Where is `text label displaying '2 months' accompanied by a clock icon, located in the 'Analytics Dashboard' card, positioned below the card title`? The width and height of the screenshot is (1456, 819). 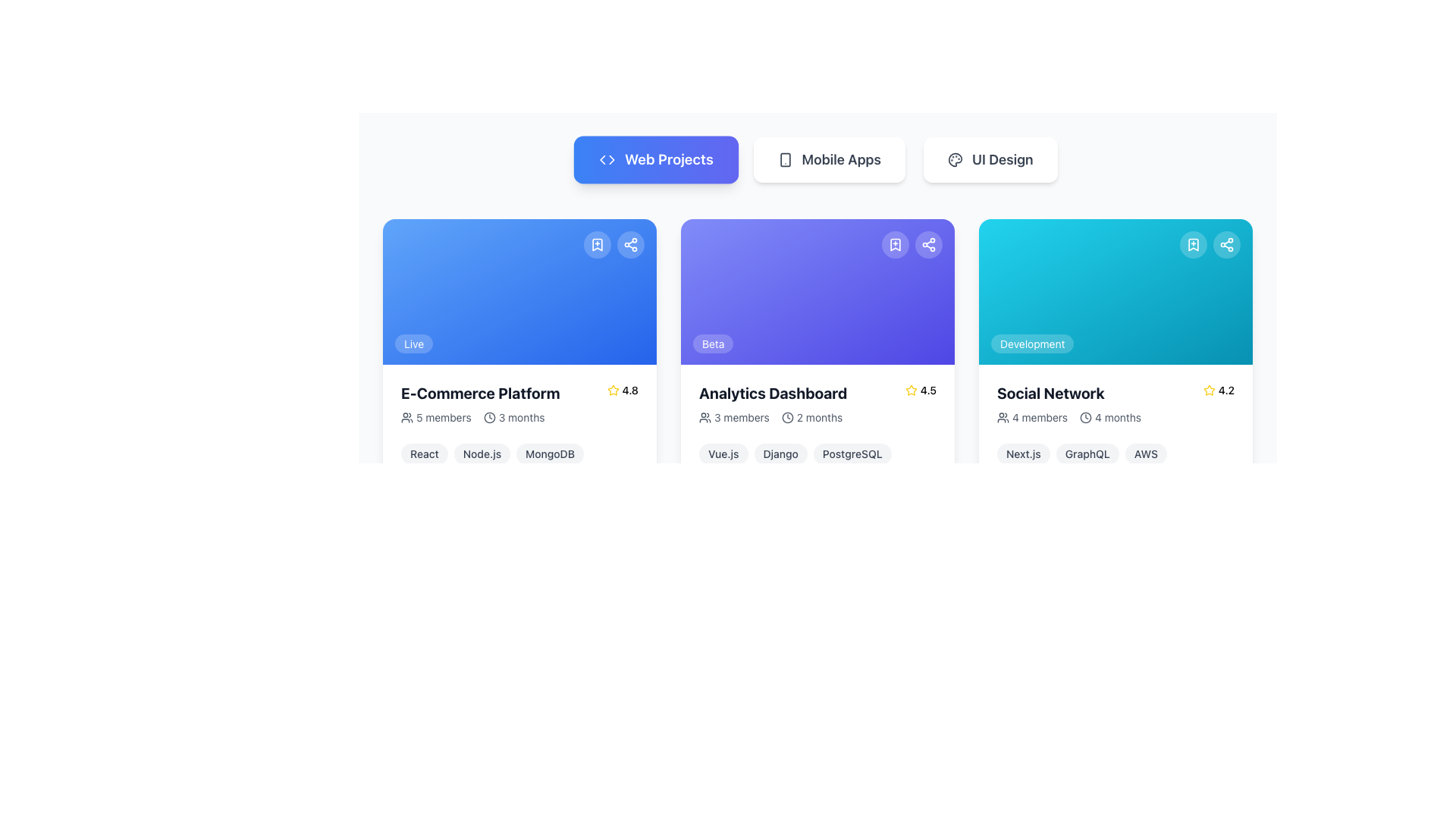
text label displaying '2 months' accompanied by a clock icon, located in the 'Analytics Dashboard' card, positioned below the card title is located at coordinates (811, 418).